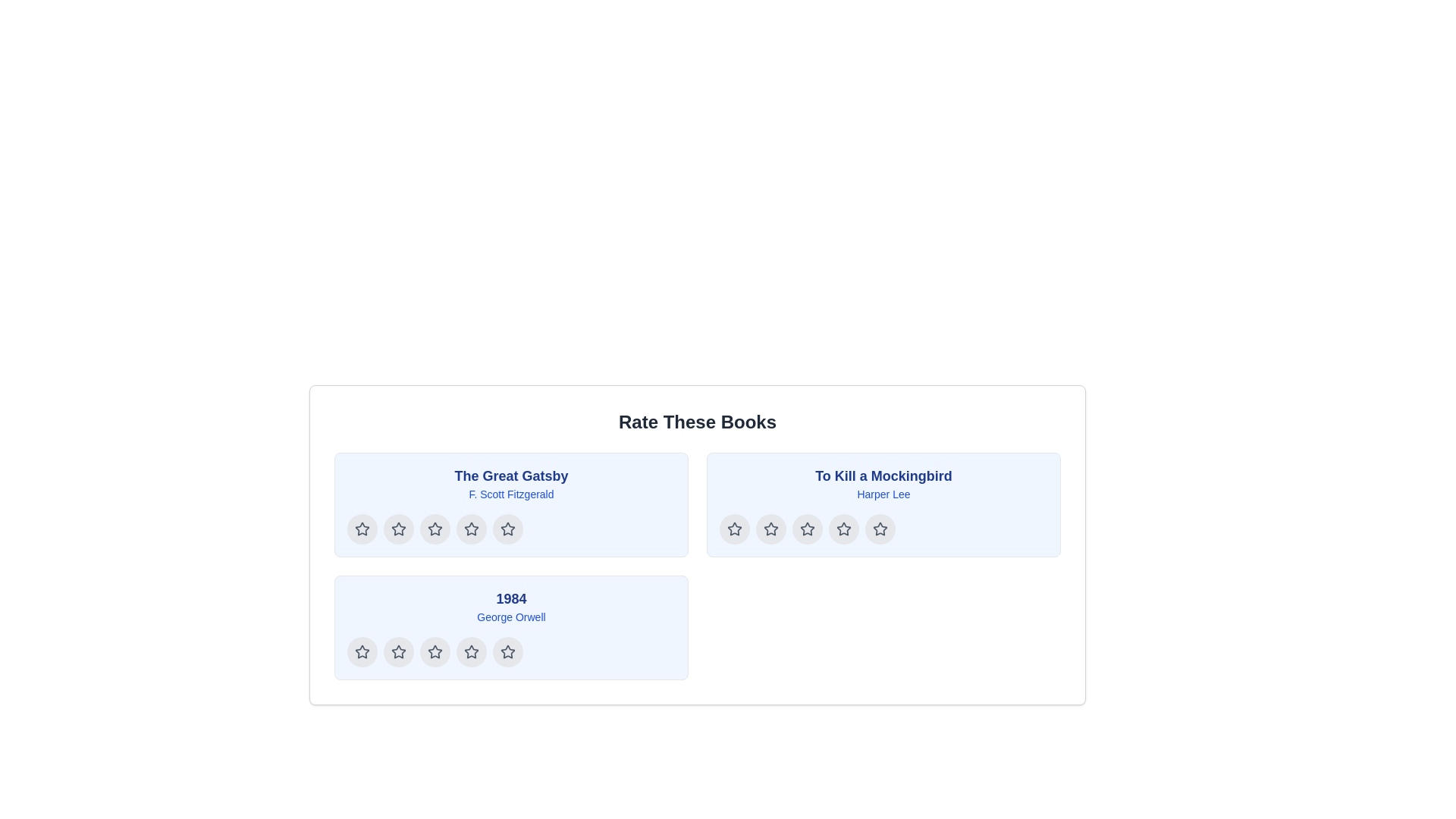 The height and width of the screenshot is (819, 1456). I want to click on the fourth rating star for the book 'The Great Gatsby' to select a rating, so click(508, 528).